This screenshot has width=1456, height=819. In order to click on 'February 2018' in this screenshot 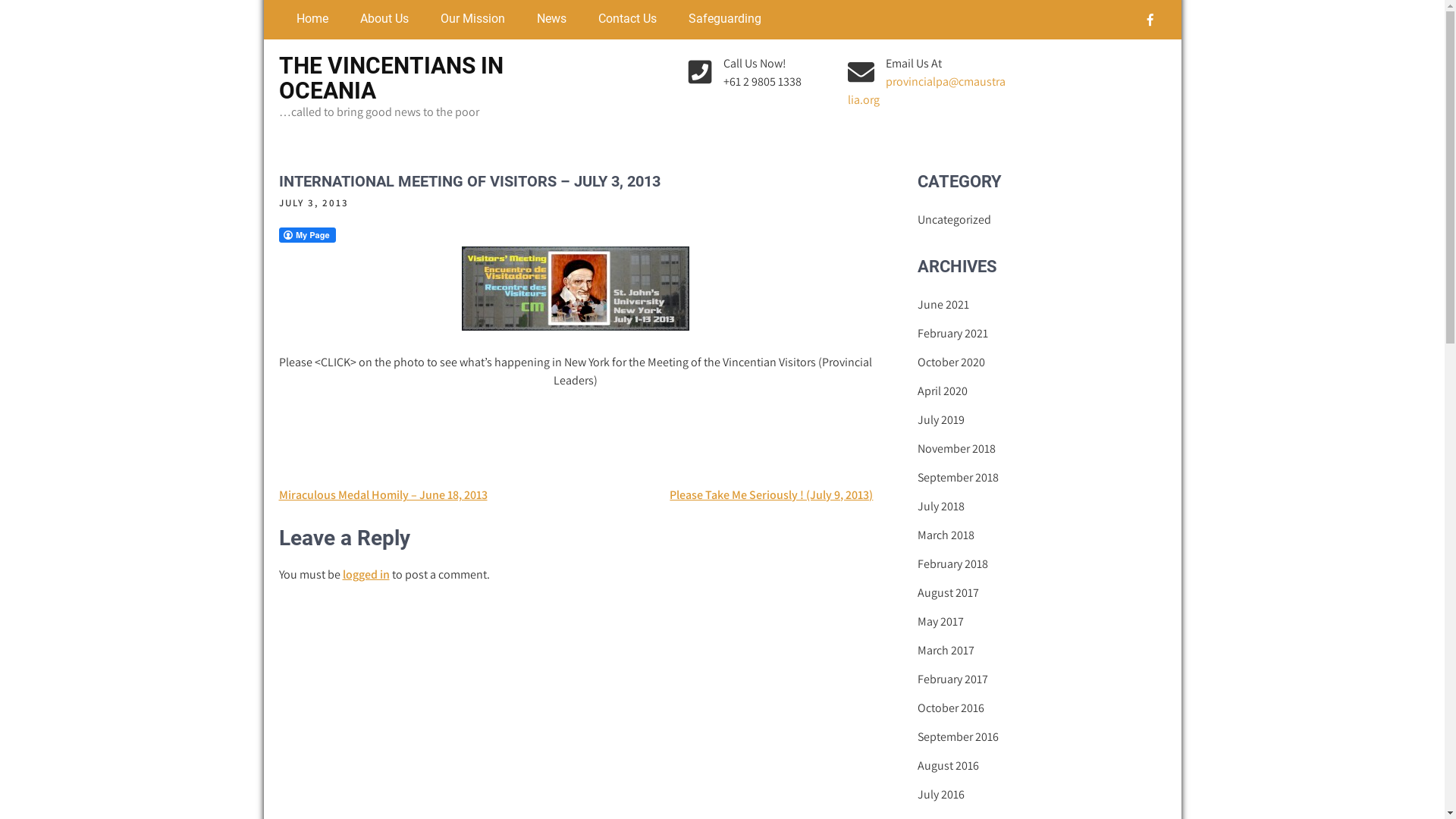, I will do `click(916, 564)`.